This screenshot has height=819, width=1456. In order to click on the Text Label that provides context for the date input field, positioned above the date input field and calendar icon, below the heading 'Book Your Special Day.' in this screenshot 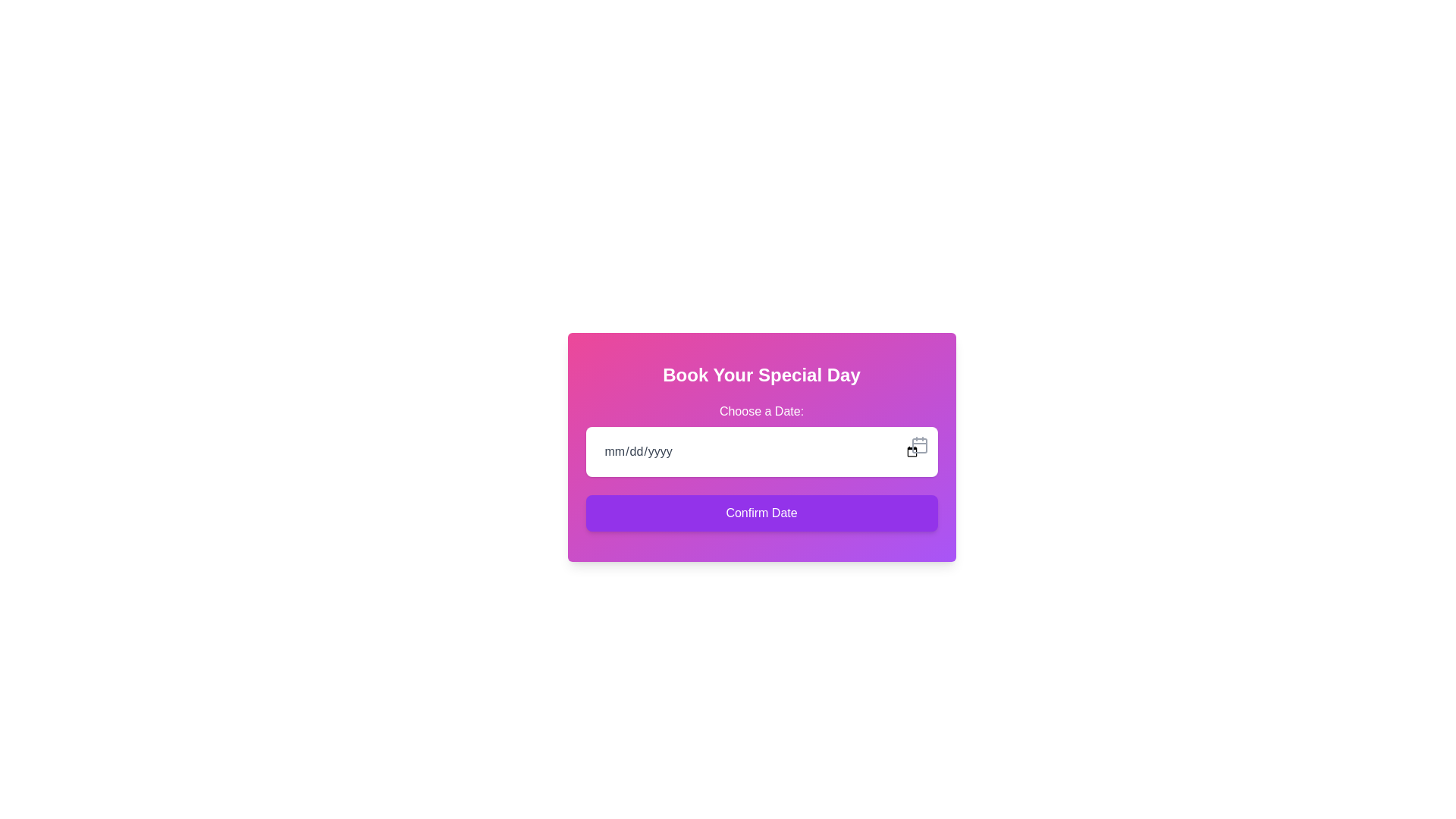, I will do `click(761, 412)`.